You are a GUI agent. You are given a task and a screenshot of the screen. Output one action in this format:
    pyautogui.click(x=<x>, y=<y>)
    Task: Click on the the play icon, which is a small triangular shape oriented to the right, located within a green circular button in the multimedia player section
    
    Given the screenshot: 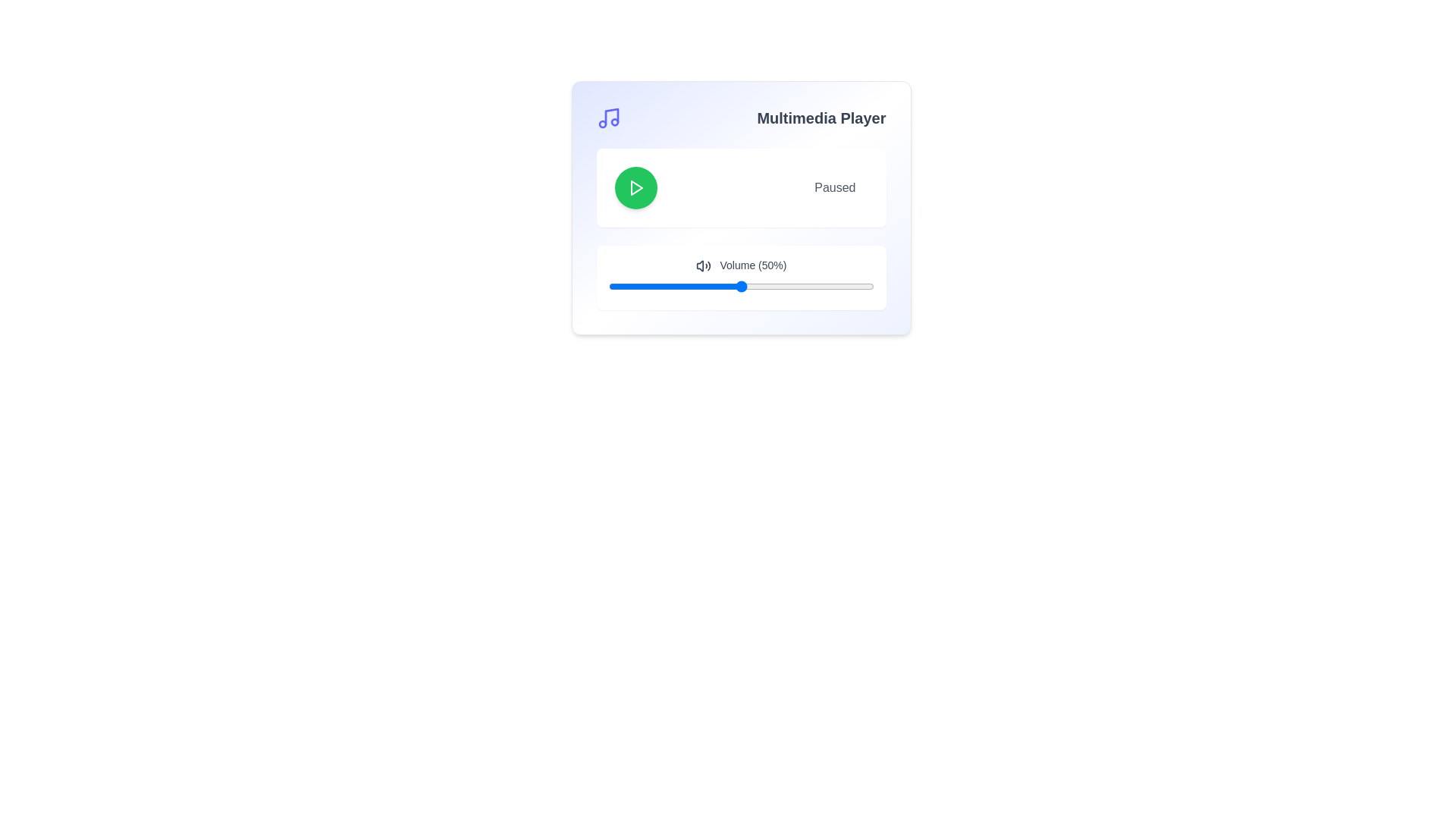 What is the action you would take?
    pyautogui.click(x=636, y=187)
    